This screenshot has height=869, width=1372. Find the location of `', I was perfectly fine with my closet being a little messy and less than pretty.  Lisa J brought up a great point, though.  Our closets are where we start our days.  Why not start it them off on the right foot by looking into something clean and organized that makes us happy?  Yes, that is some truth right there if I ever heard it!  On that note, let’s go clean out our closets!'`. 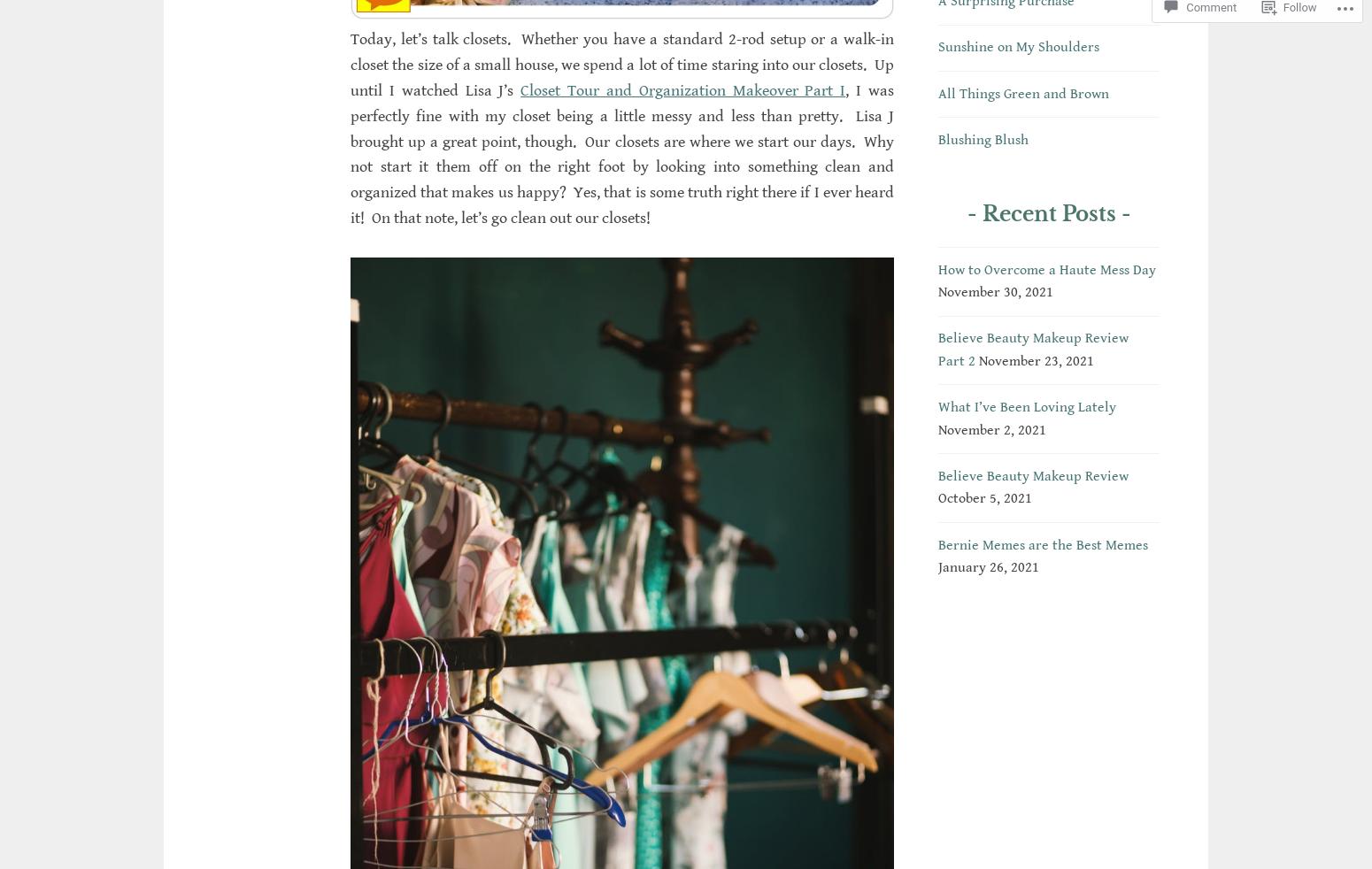

', I was perfectly fine with my closet being a little messy and less than pretty.  Lisa J brought up a great point, though.  Our closets are where we start our days.  Why not start it them off on the right foot by looking into something clean and organized that makes us happy?  Yes, that is some truth right there if I ever heard it!  On that note, let’s go clean out our closets!' is located at coordinates (621, 153).